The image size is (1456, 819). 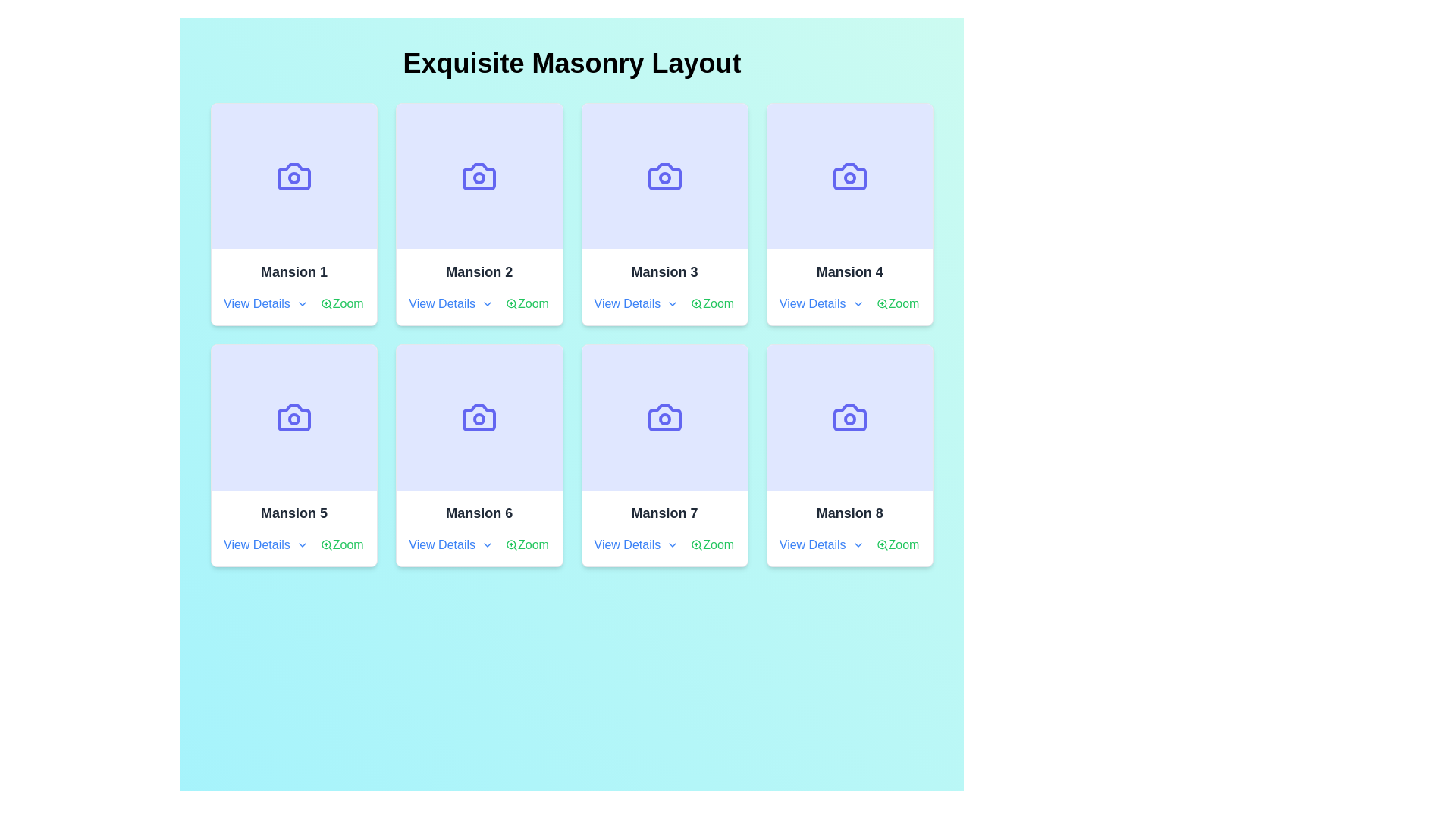 What do you see at coordinates (849, 177) in the screenshot?
I see `the SVG Circle element that serves as a decorative feature within the camera icon in the fourth card of the grid layout titled 'Mansion 4'` at bounding box center [849, 177].